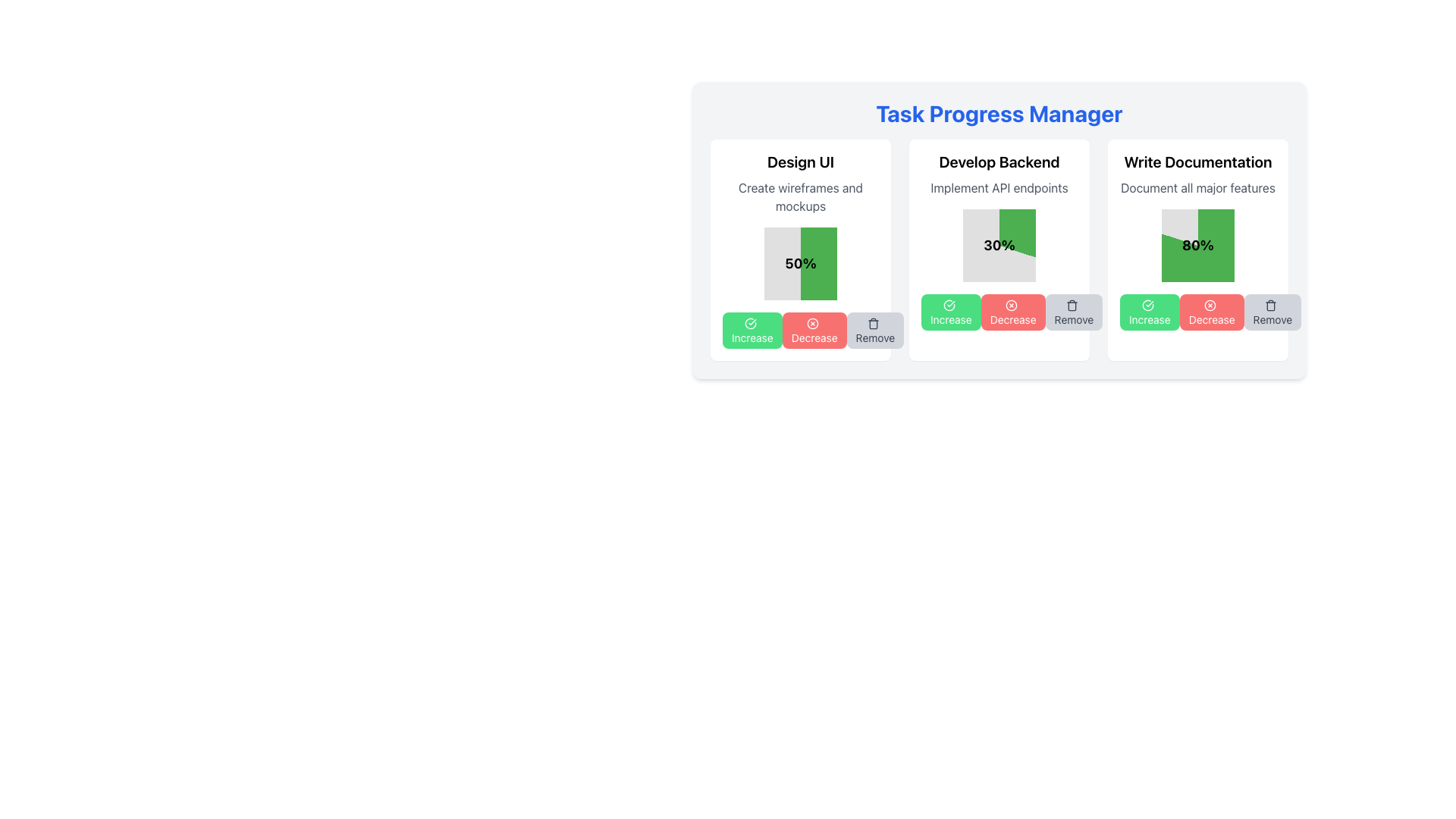  Describe the element at coordinates (1272, 312) in the screenshot. I see `the gray rounded button labeled 'Remove' with a trash icon, located as the third button in a row below the 'Write Documentation' card` at that location.